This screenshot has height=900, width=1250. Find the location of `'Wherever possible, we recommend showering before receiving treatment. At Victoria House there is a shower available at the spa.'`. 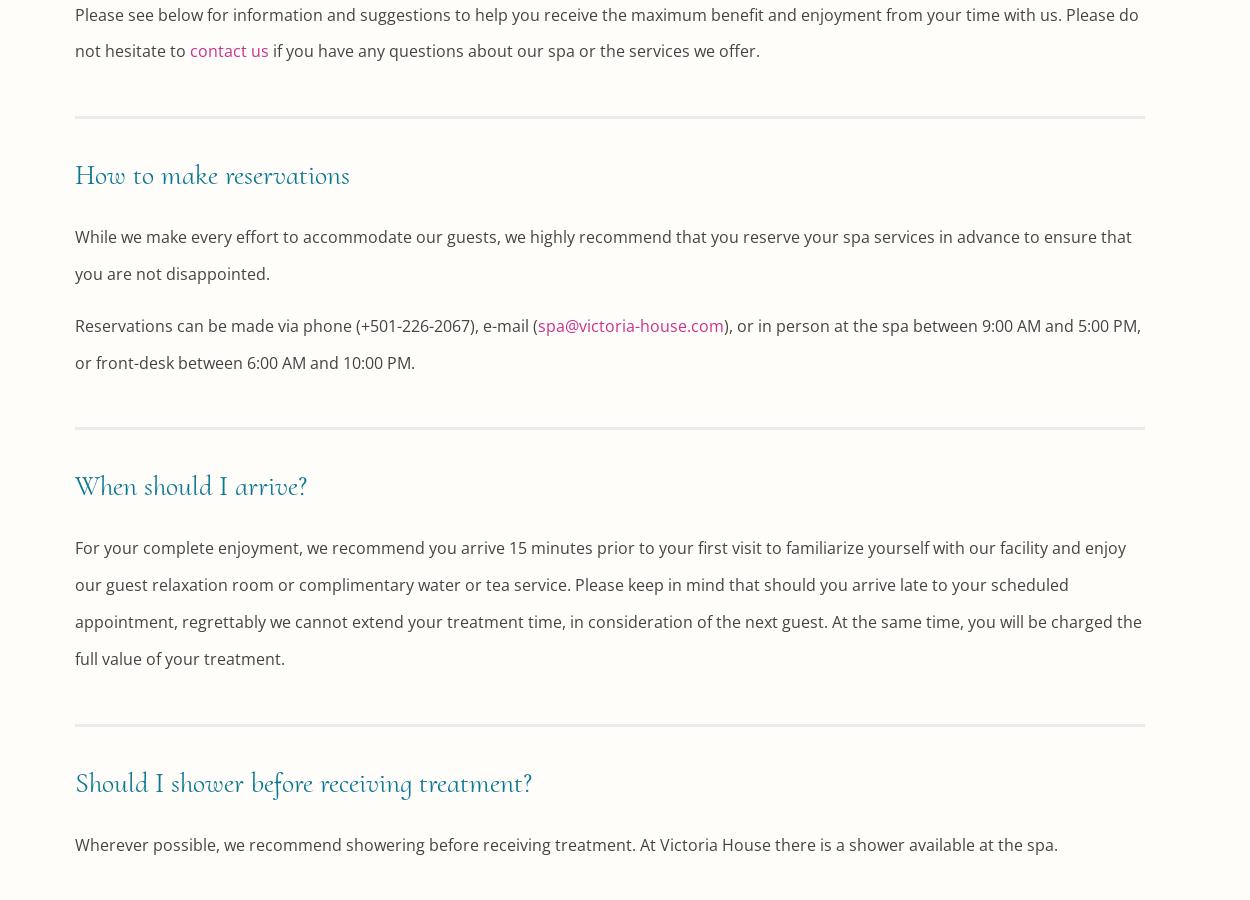

'Wherever possible, we recommend showering before receiving treatment. At Victoria House there is a shower available at the spa.' is located at coordinates (565, 844).